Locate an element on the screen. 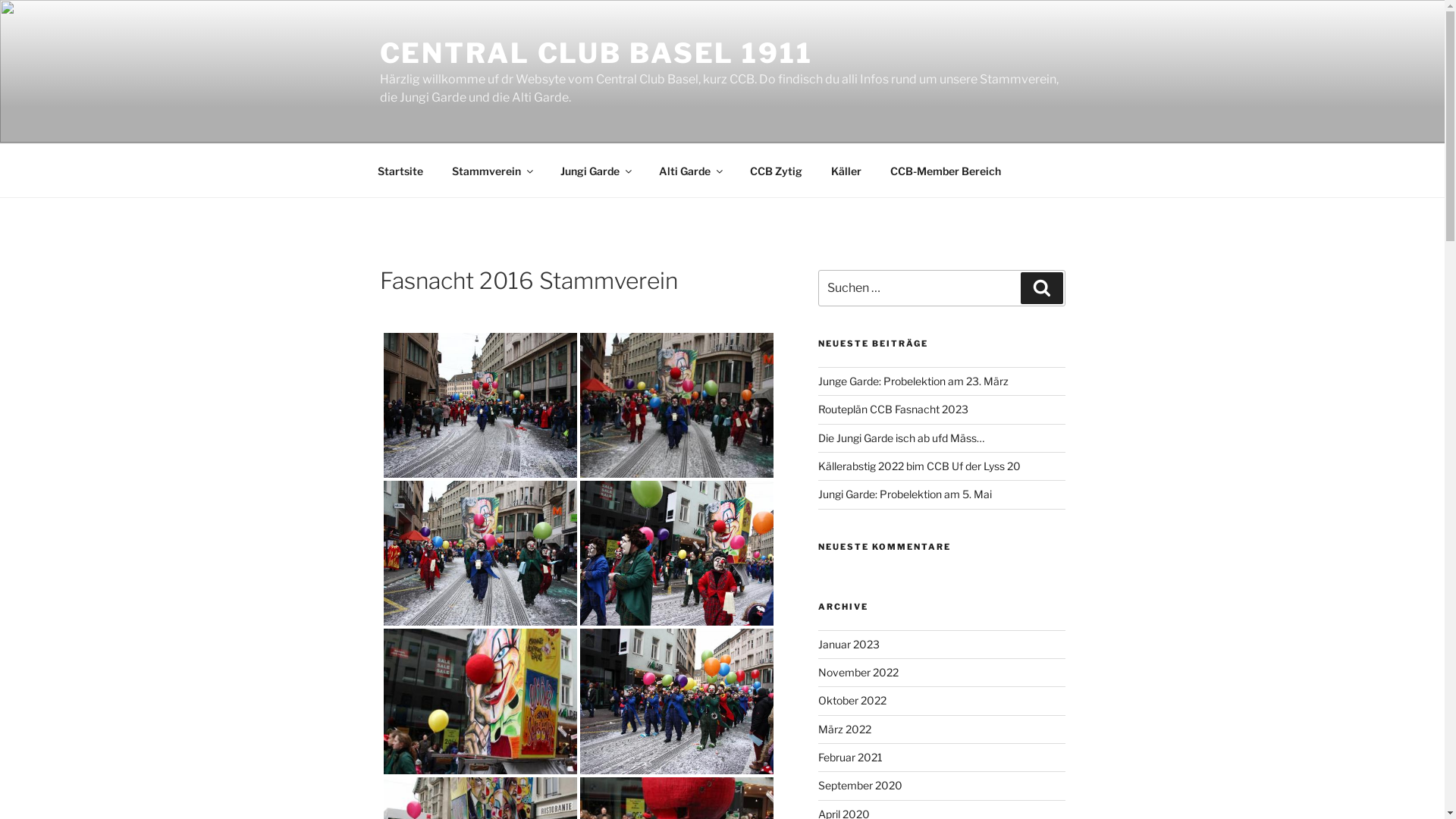  'Alti Garde' is located at coordinates (689, 170).